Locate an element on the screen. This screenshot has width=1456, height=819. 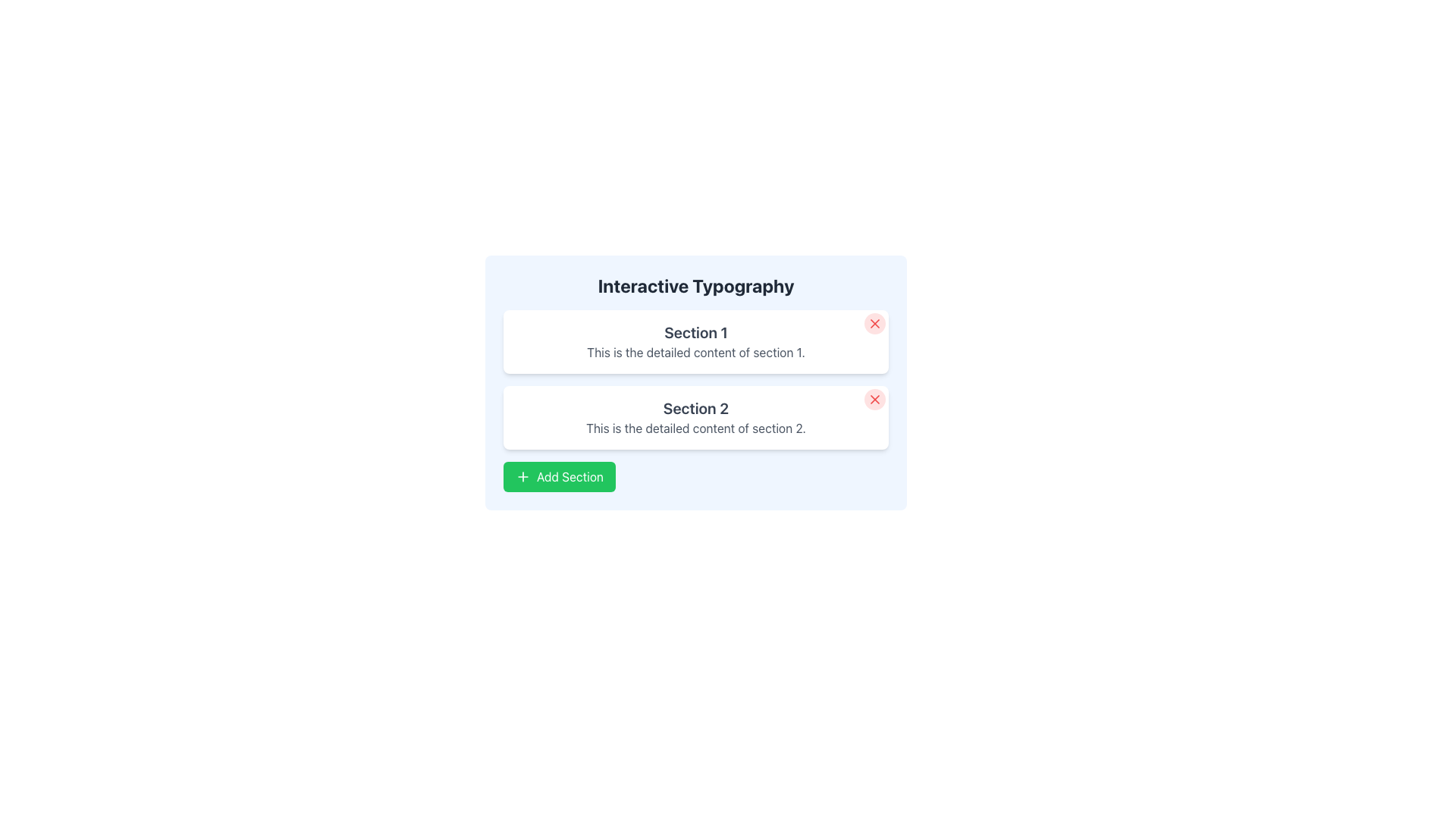
the delete button with a light red background and a red 'X' symbol, located at the top-right corner of the card, to change its background color is located at coordinates (874, 399).